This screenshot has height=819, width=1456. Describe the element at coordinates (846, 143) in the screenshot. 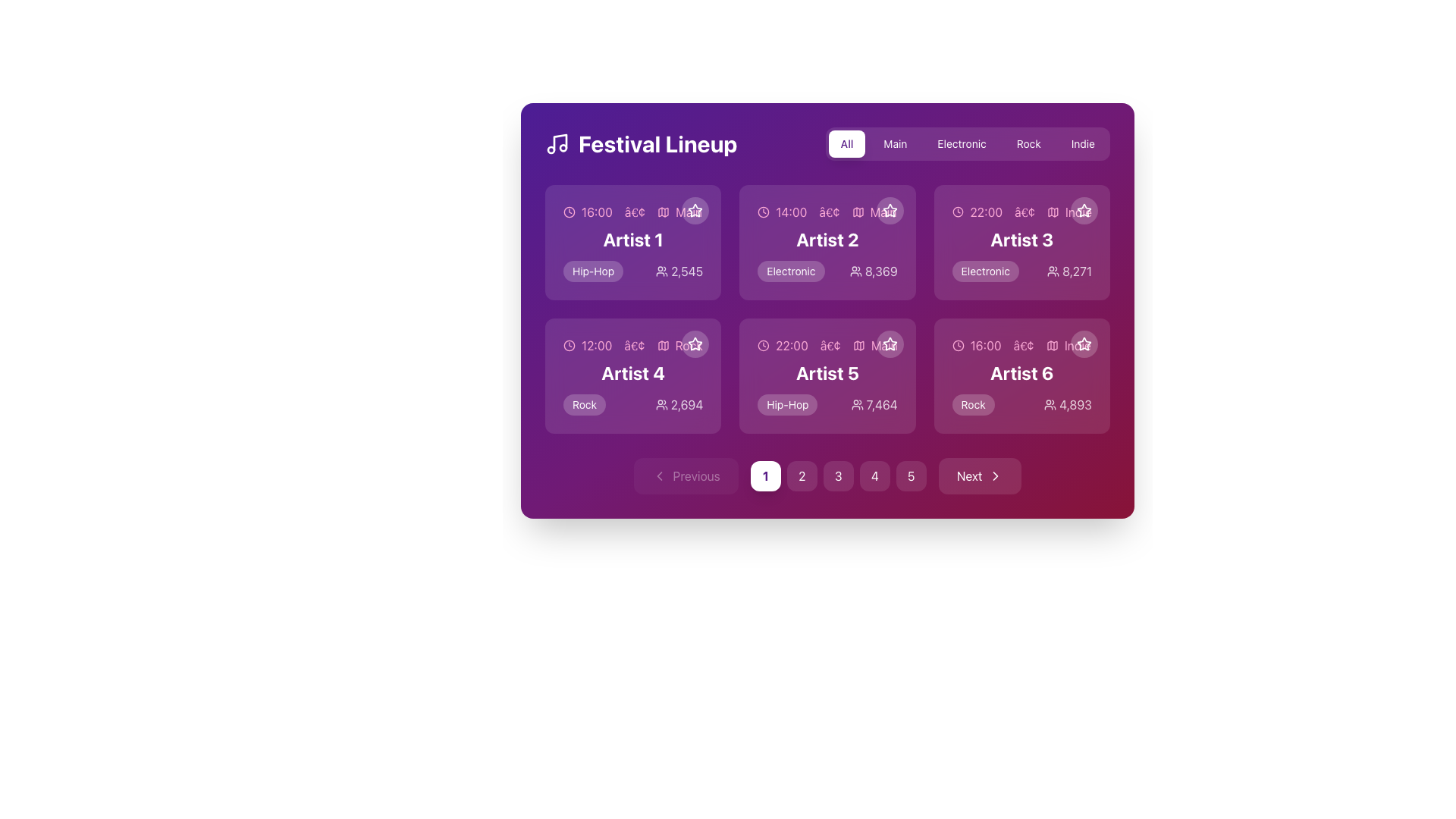

I see `the filter button located in the top-right corner of the 'Festival Lineup' card` at that location.